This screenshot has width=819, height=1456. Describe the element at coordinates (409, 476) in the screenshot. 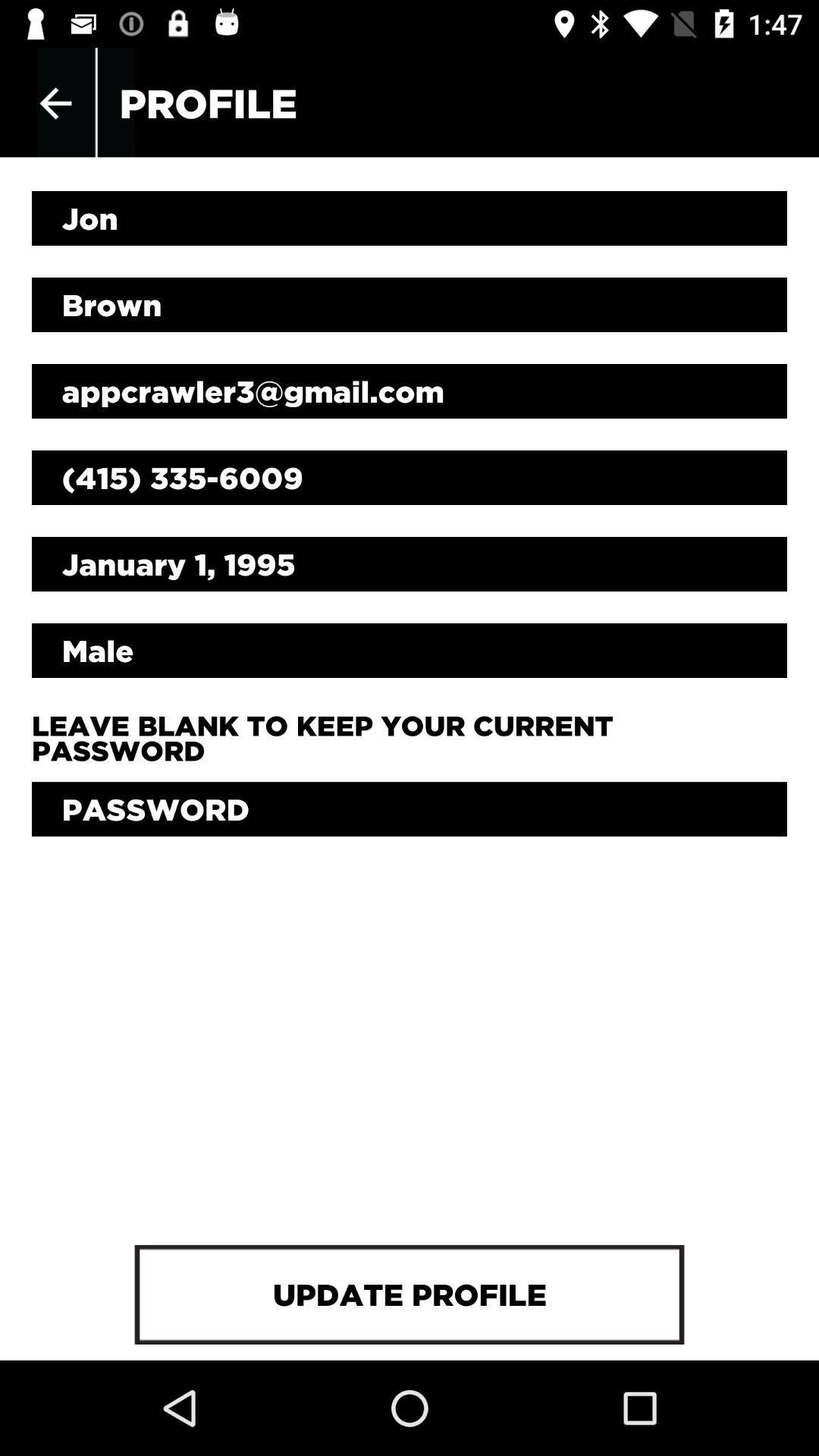

I see `fourth text field` at that location.